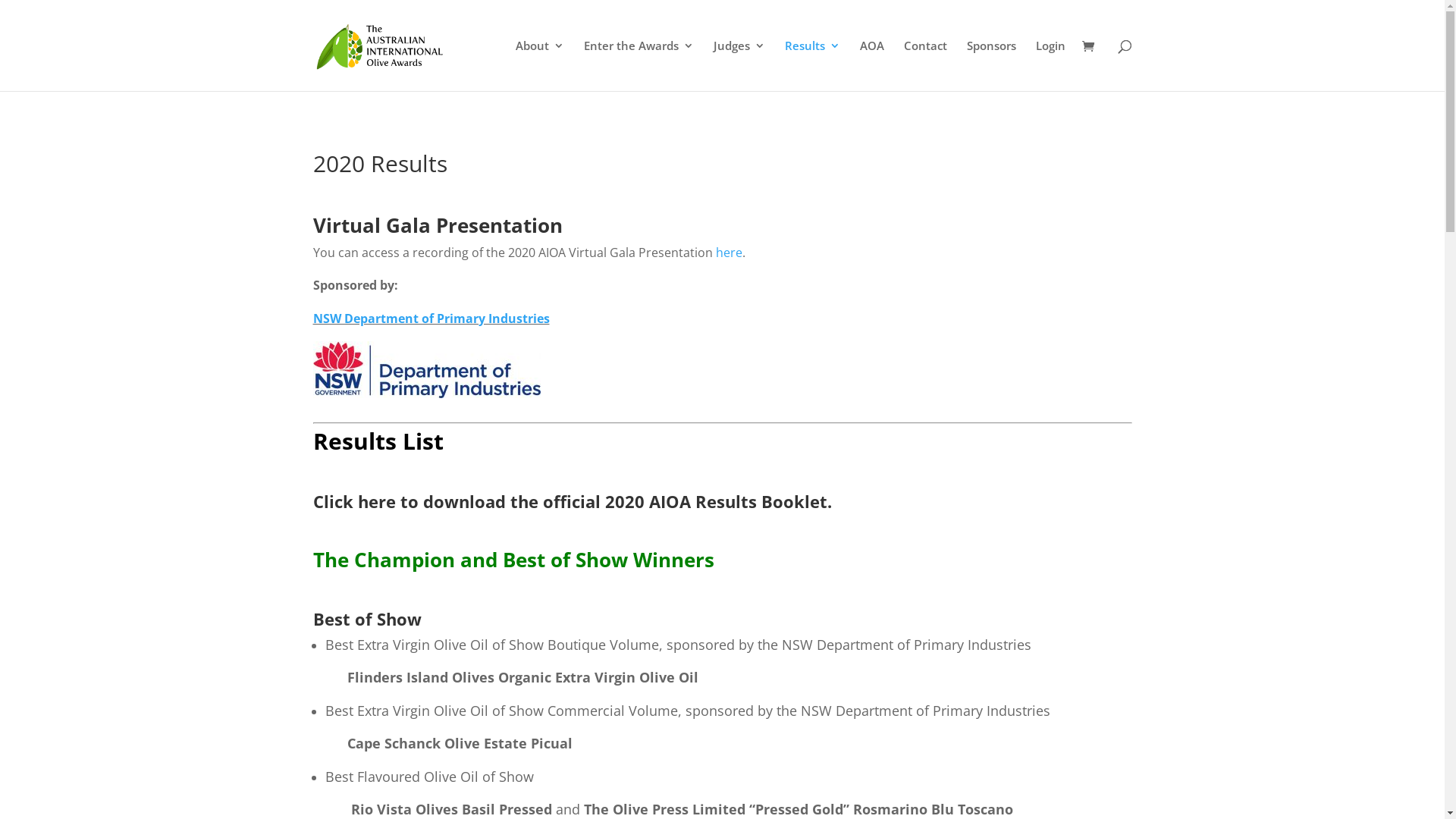 The height and width of the screenshot is (819, 1456). Describe the element at coordinates (429, 318) in the screenshot. I see `'NSW Department of Primary Industries'` at that location.